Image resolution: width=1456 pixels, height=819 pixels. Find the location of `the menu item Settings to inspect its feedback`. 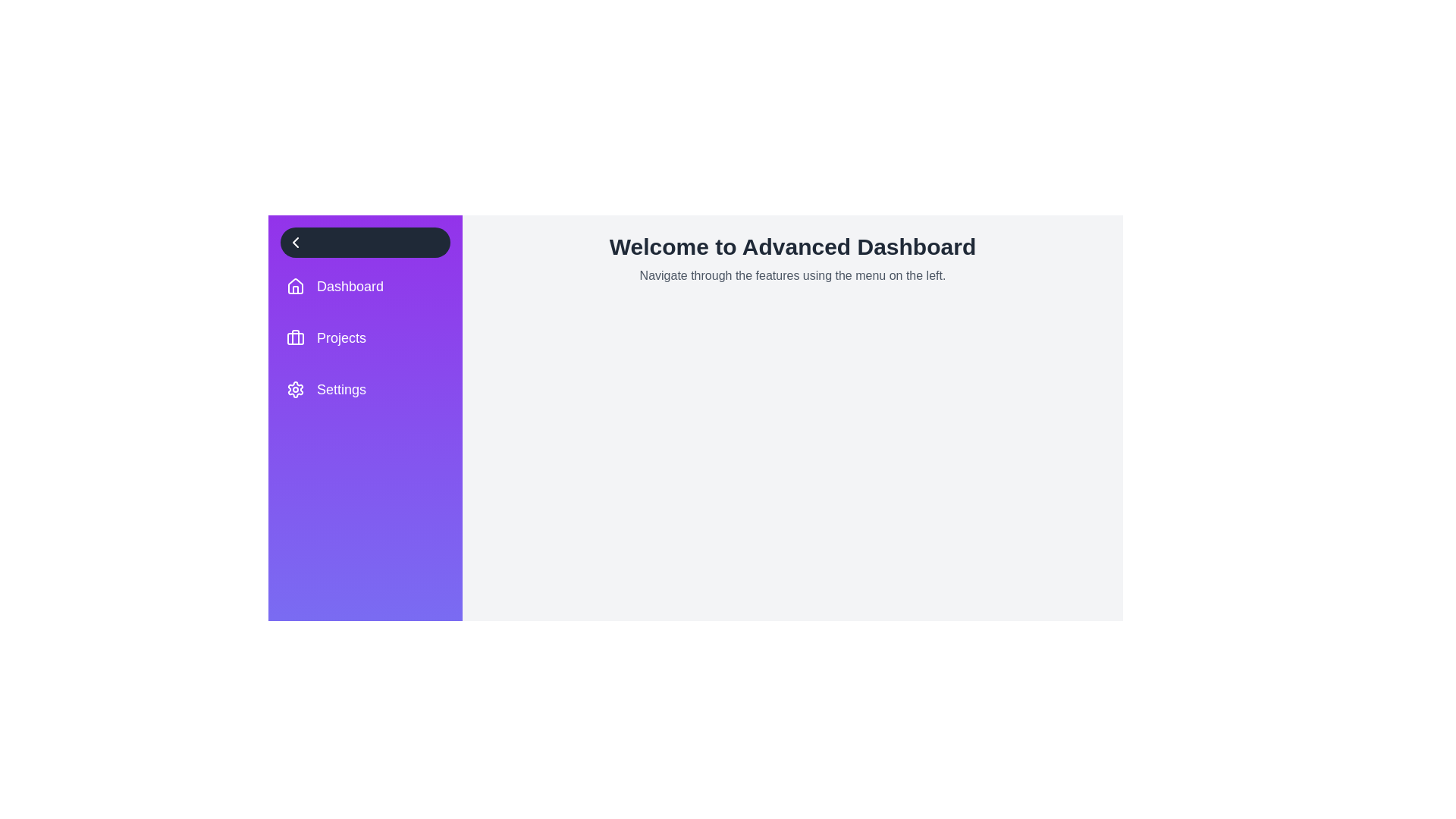

the menu item Settings to inspect its feedback is located at coordinates (365, 388).